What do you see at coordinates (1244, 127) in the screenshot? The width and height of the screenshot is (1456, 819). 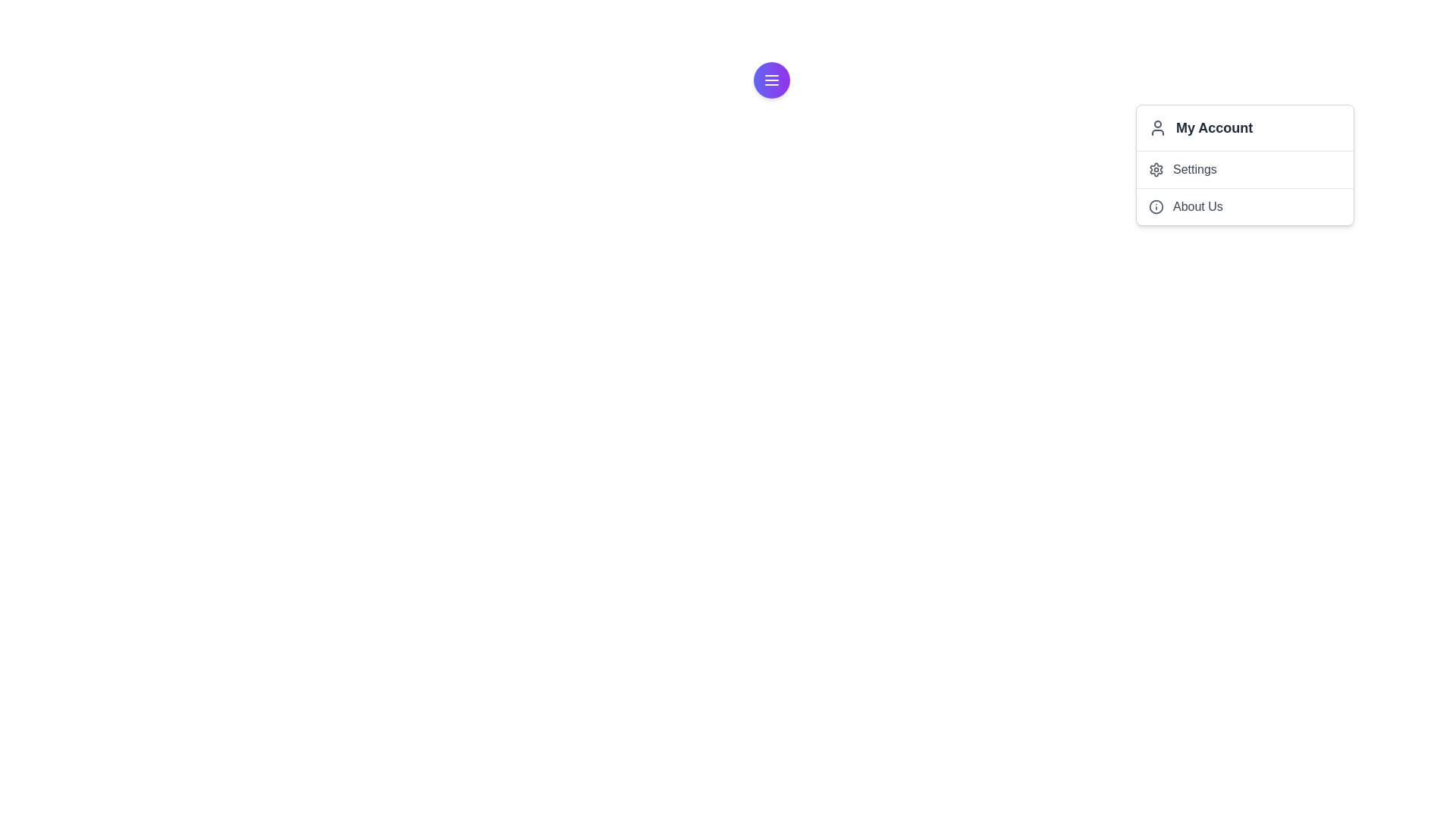 I see `the first menu item in the dropdown` at bounding box center [1244, 127].